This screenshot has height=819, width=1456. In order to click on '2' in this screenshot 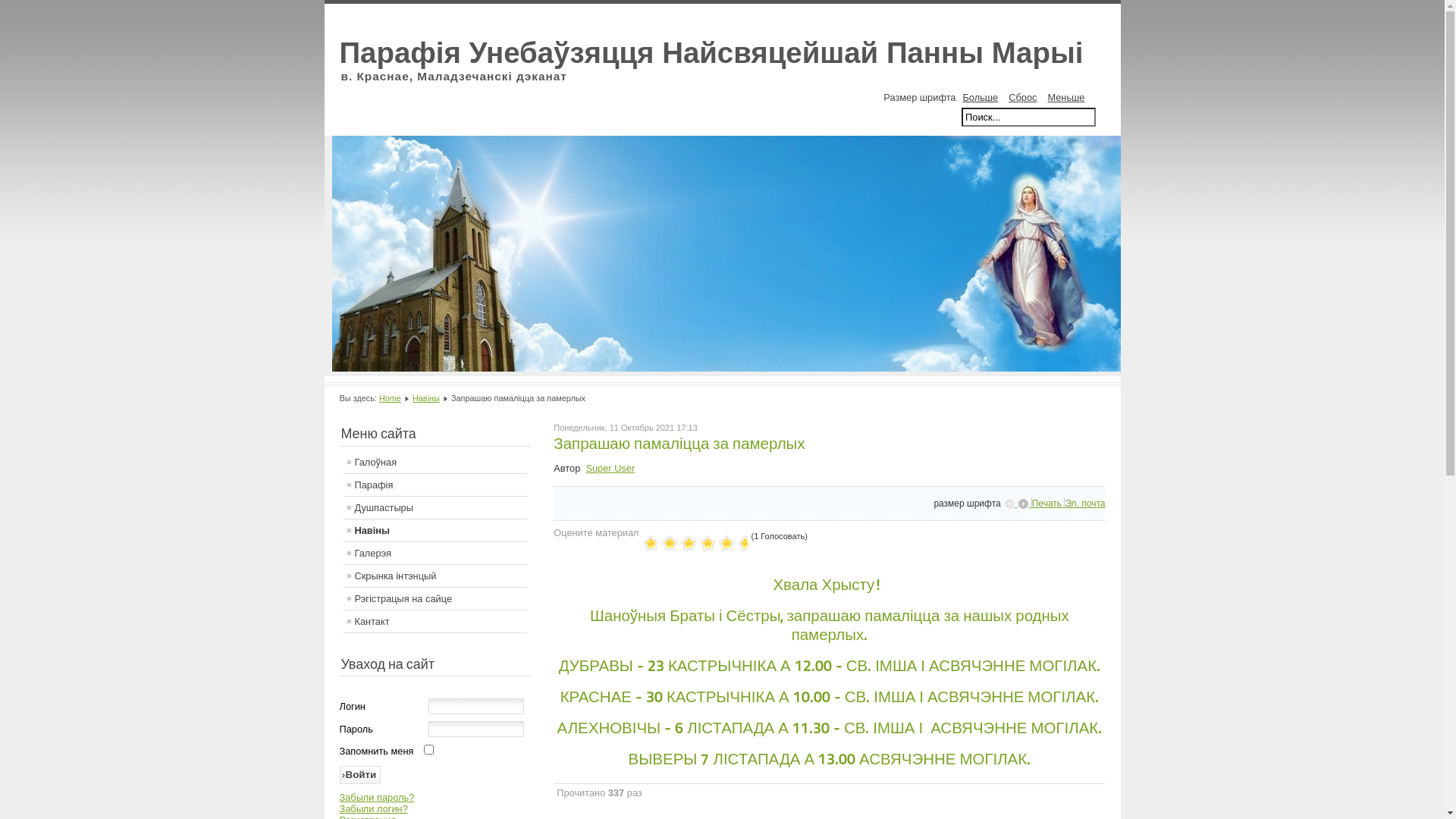, I will do `click(662, 543)`.